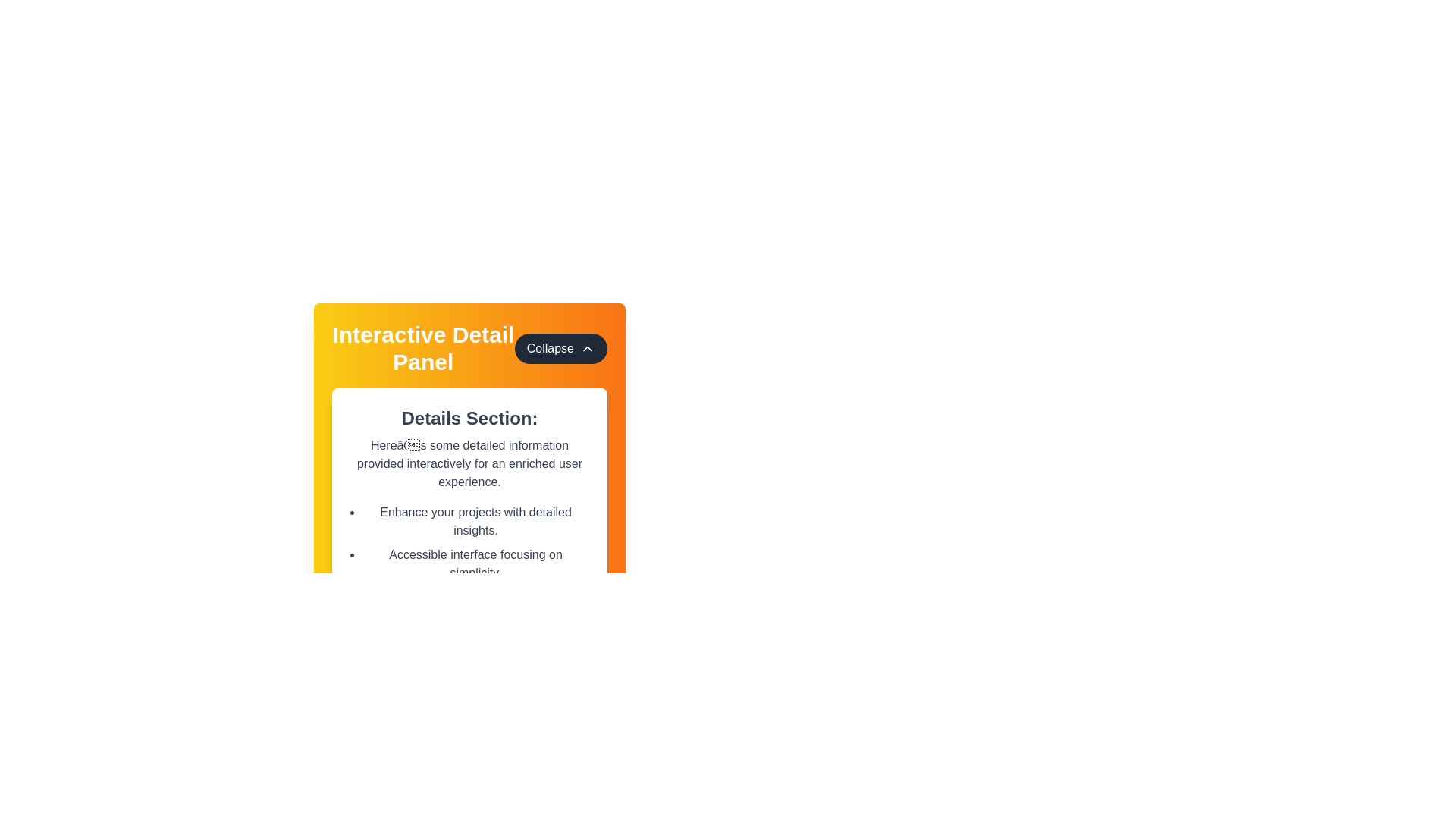  Describe the element at coordinates (469, 429) in the screenshot. I see `text content displayed in the detailed descriptive content panel located centrally below the header titled 'Interactive Detail Panel' and the 'Collapse' button` at that location.